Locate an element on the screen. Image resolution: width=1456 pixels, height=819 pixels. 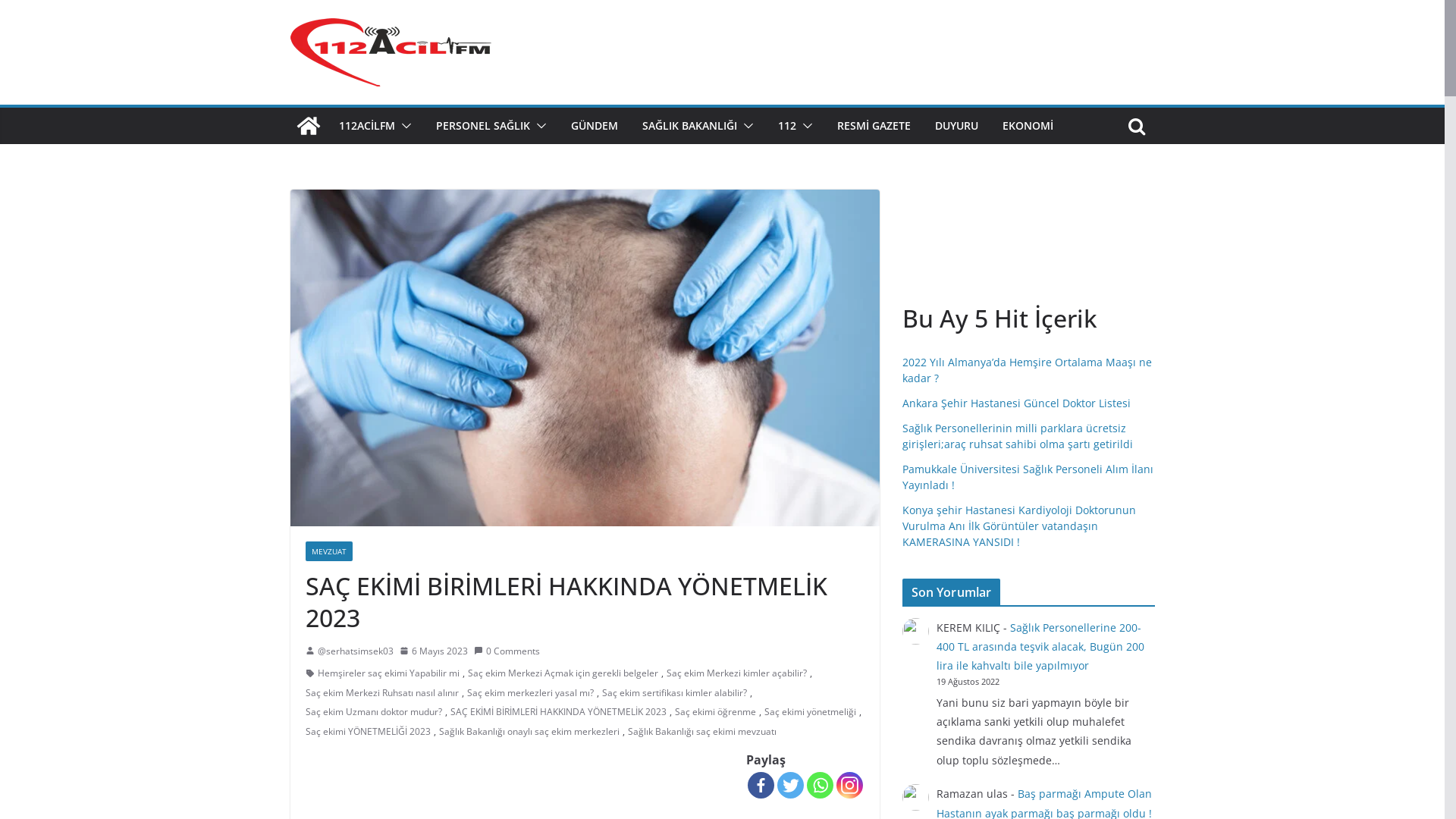
'Instagram' is located at coordinates (848, 785).